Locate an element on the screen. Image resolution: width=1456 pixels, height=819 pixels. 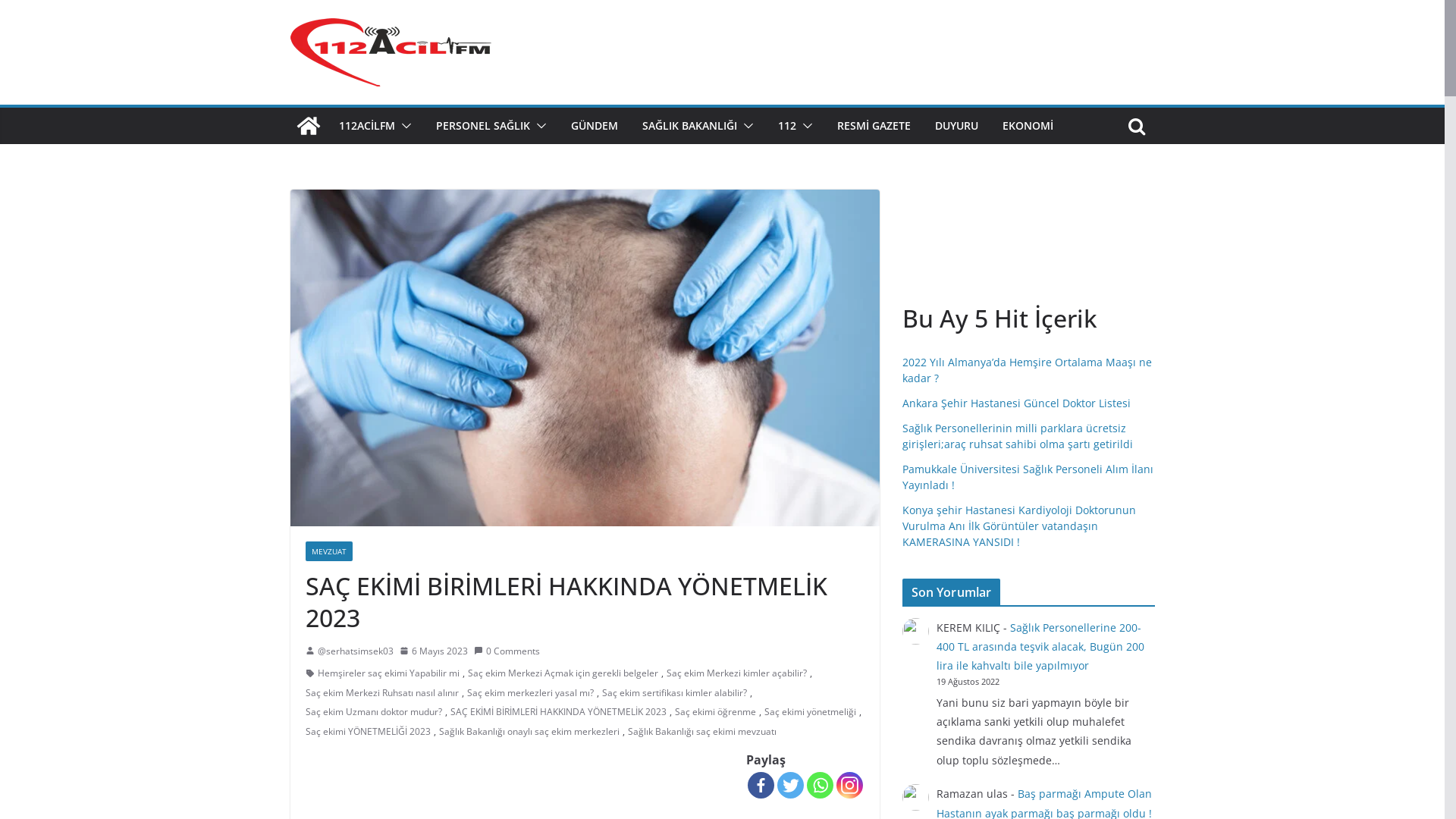
'Instagram' is located at coordinates (848, 785).